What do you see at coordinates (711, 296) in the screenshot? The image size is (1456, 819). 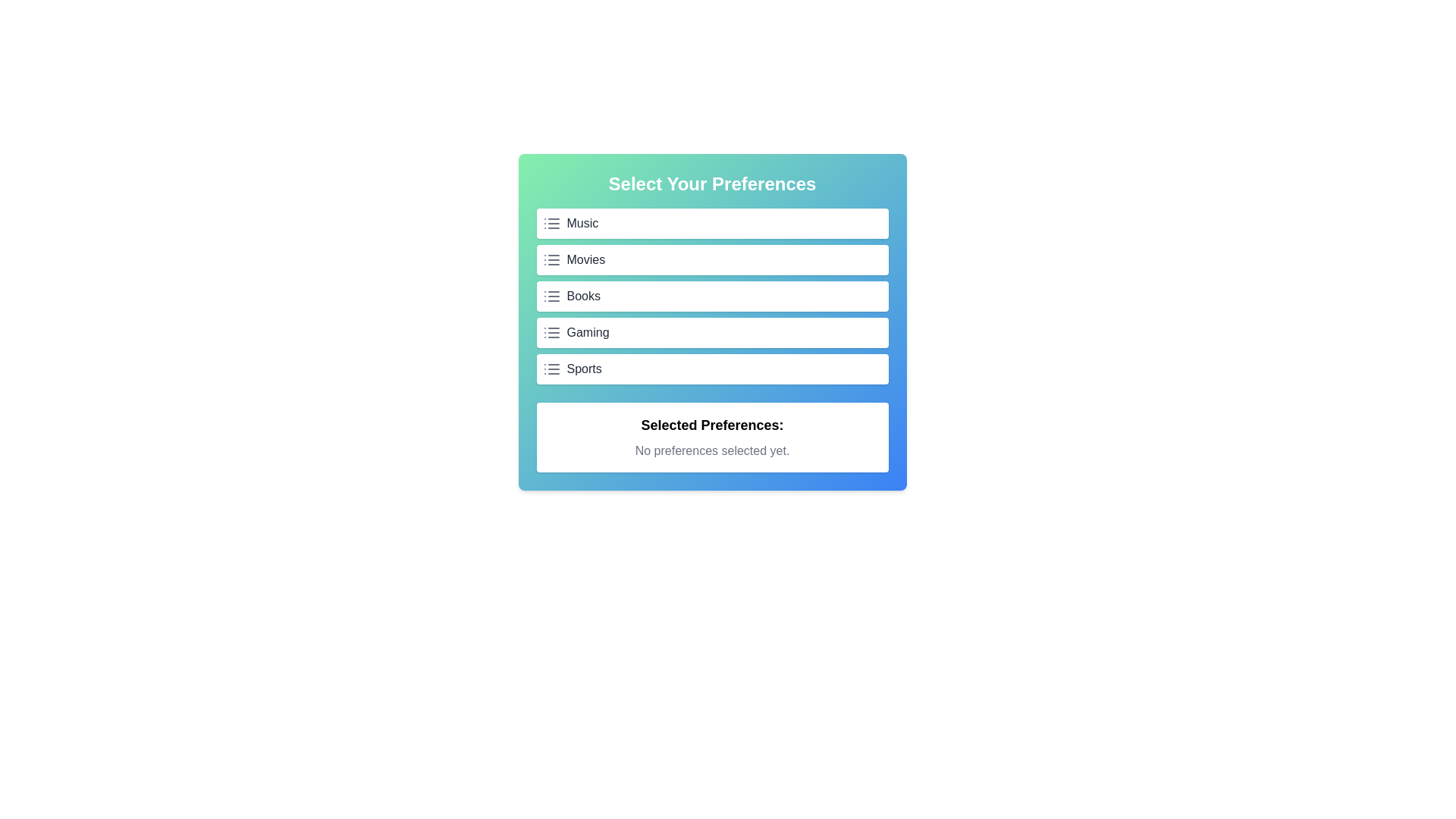 I see `the 'Books' selectable option card, which is the third item in a vertical list of options including Music, Movies, Gaming, and Sports` at bounding box center [711, 296].